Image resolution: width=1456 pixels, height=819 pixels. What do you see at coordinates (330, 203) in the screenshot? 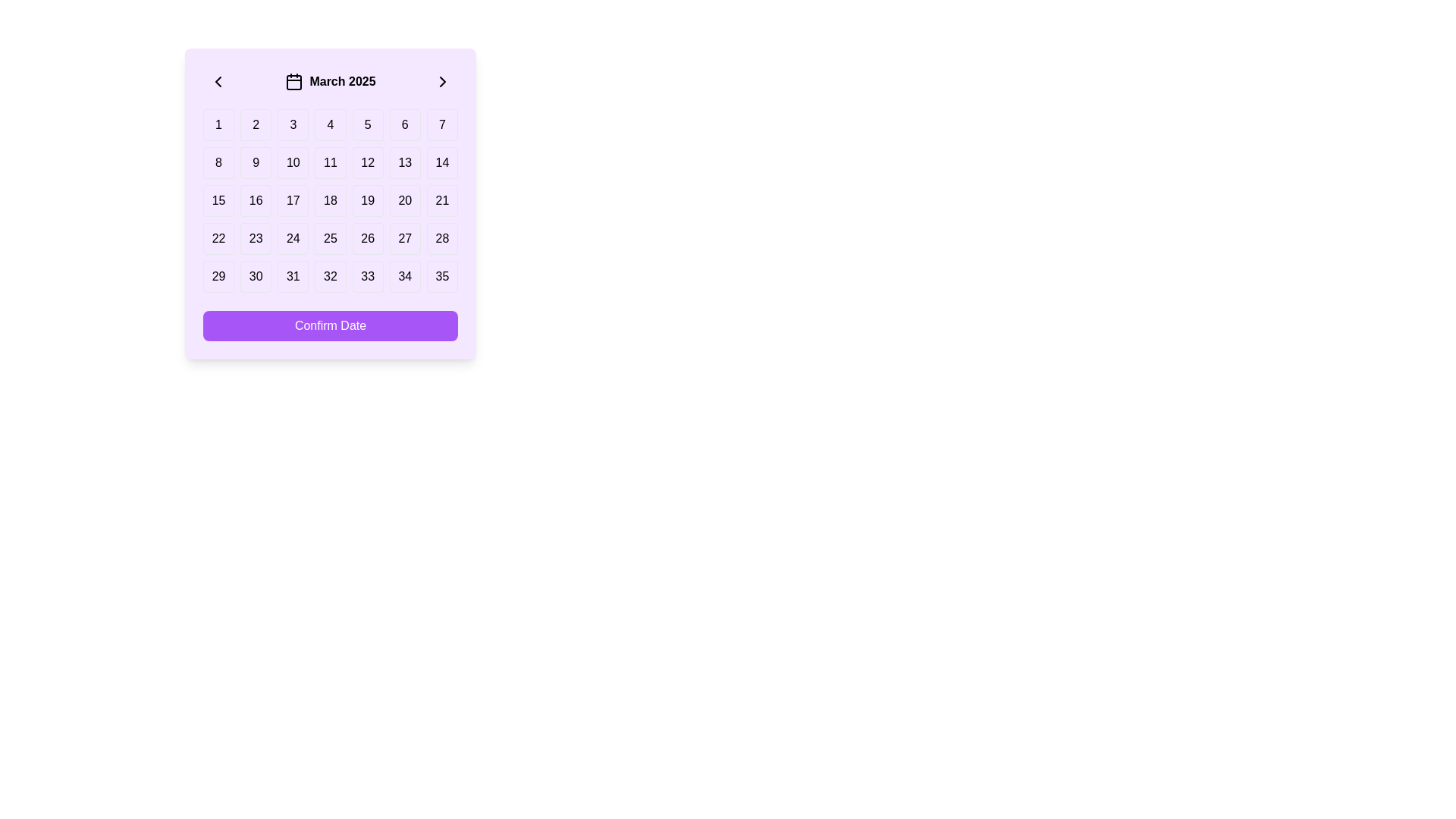
I see `the date cell within the Calendar widget for March 2025` at bounding box center [330, 203].